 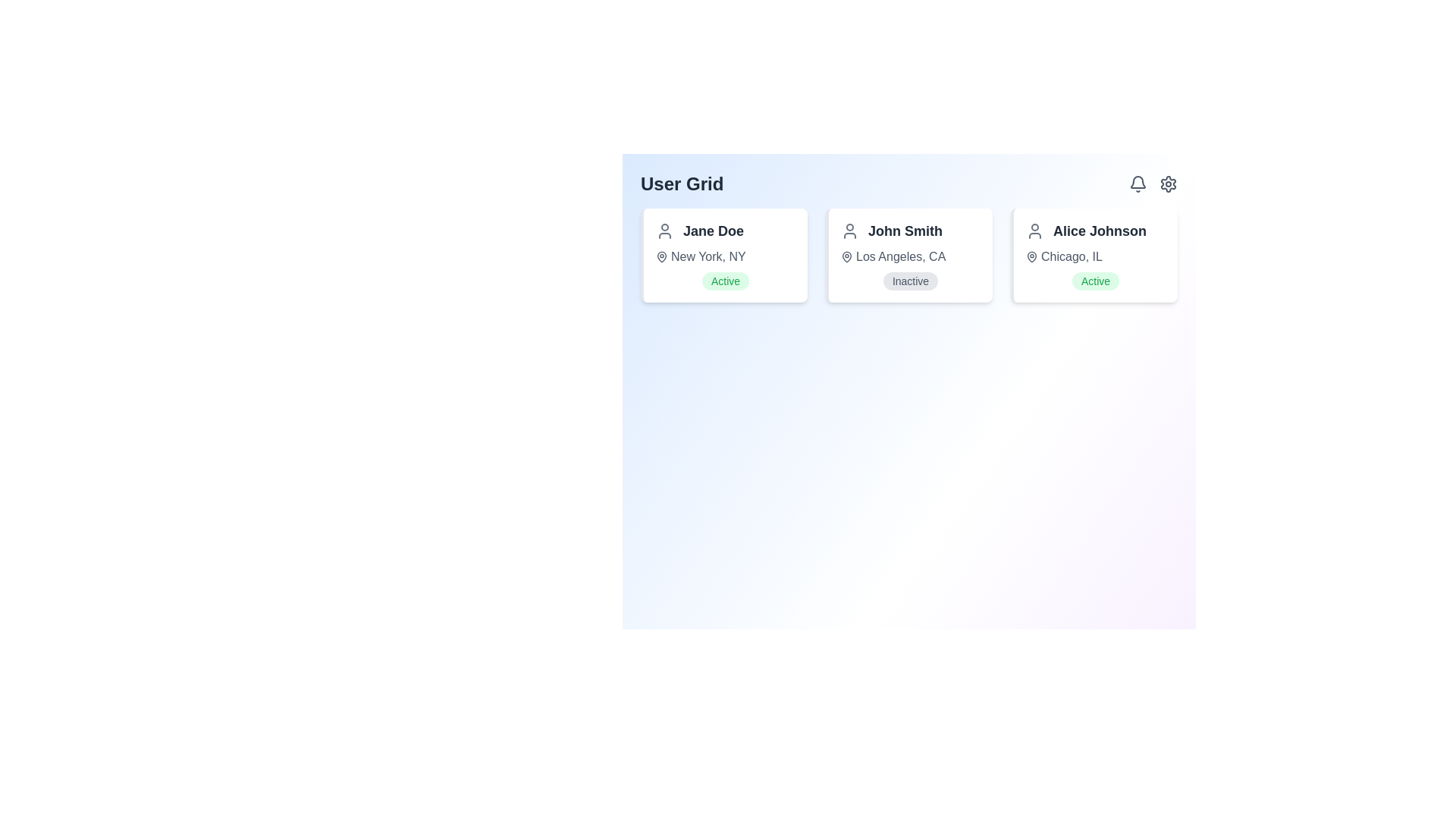 I want to click on the text label 'Alice Johnson' which is styled in bold and larger font at the upper-right corner of the third card, so click(x=1095, y=231).